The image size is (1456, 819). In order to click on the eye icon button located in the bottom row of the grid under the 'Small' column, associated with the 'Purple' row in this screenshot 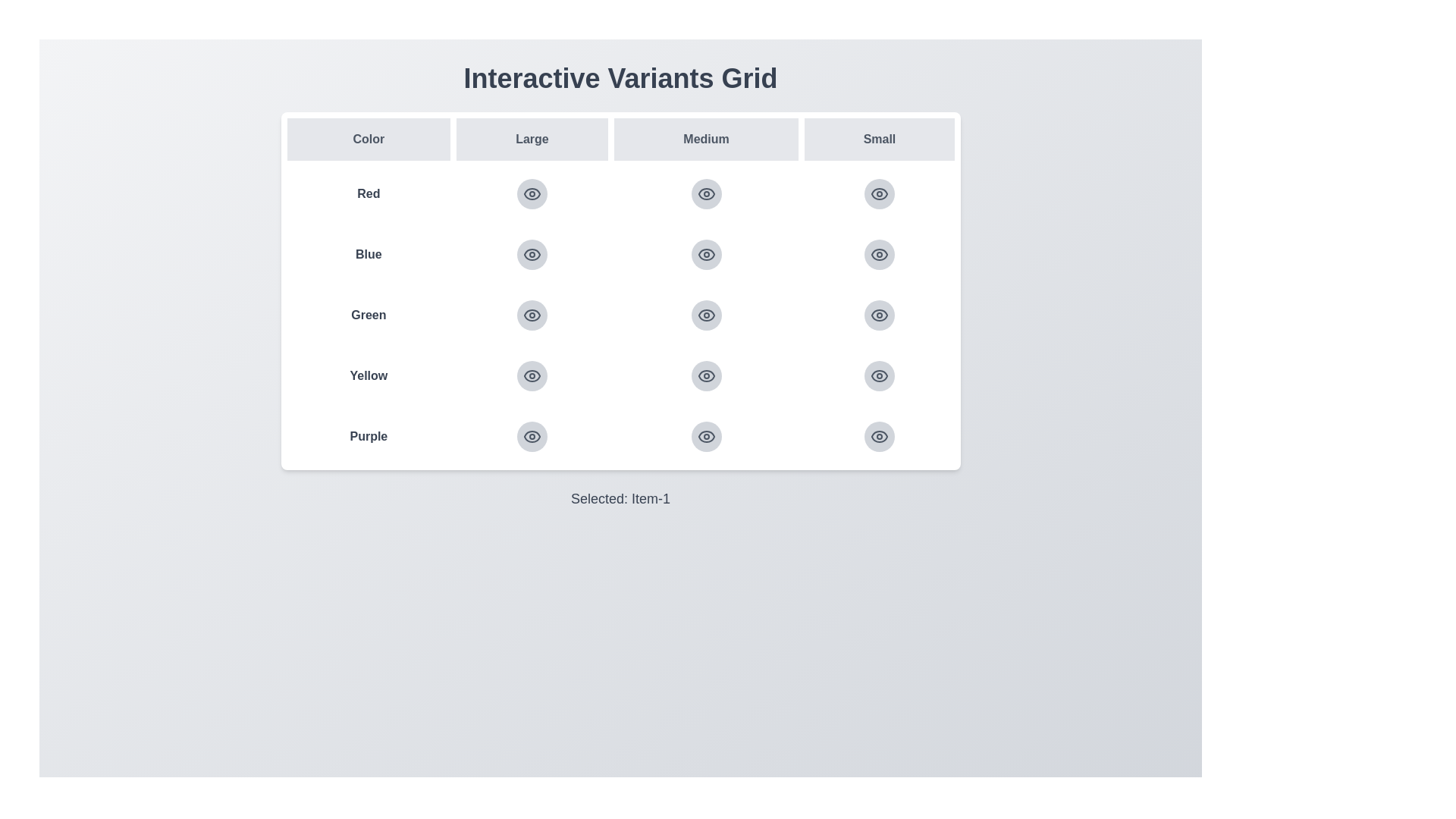, I will do `click(532, 436)`.